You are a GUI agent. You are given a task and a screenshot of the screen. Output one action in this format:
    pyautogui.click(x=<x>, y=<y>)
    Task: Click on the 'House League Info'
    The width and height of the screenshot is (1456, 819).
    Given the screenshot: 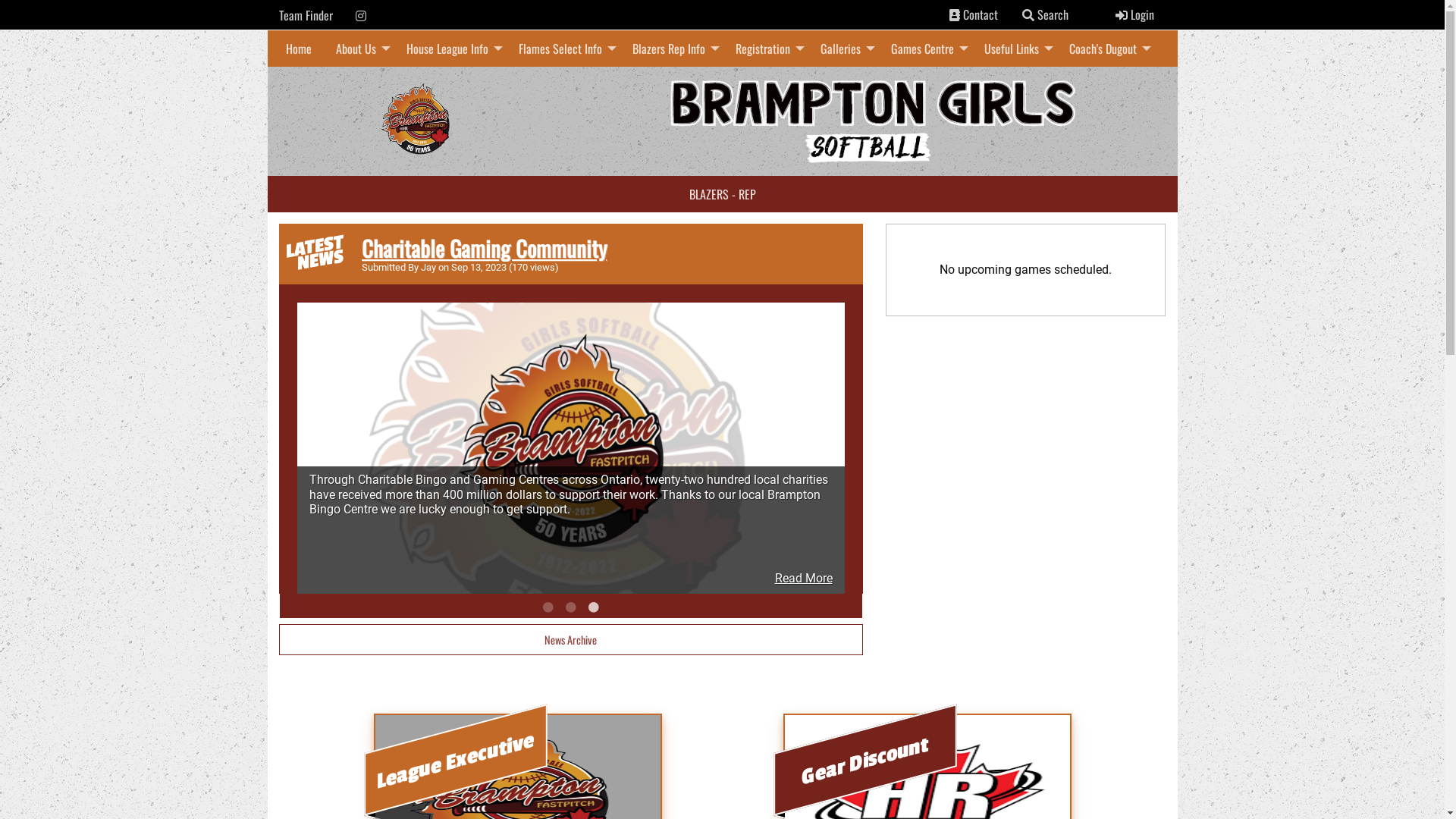 What is the action you would take?
    pyautogui.click(x=450, y=48)
    